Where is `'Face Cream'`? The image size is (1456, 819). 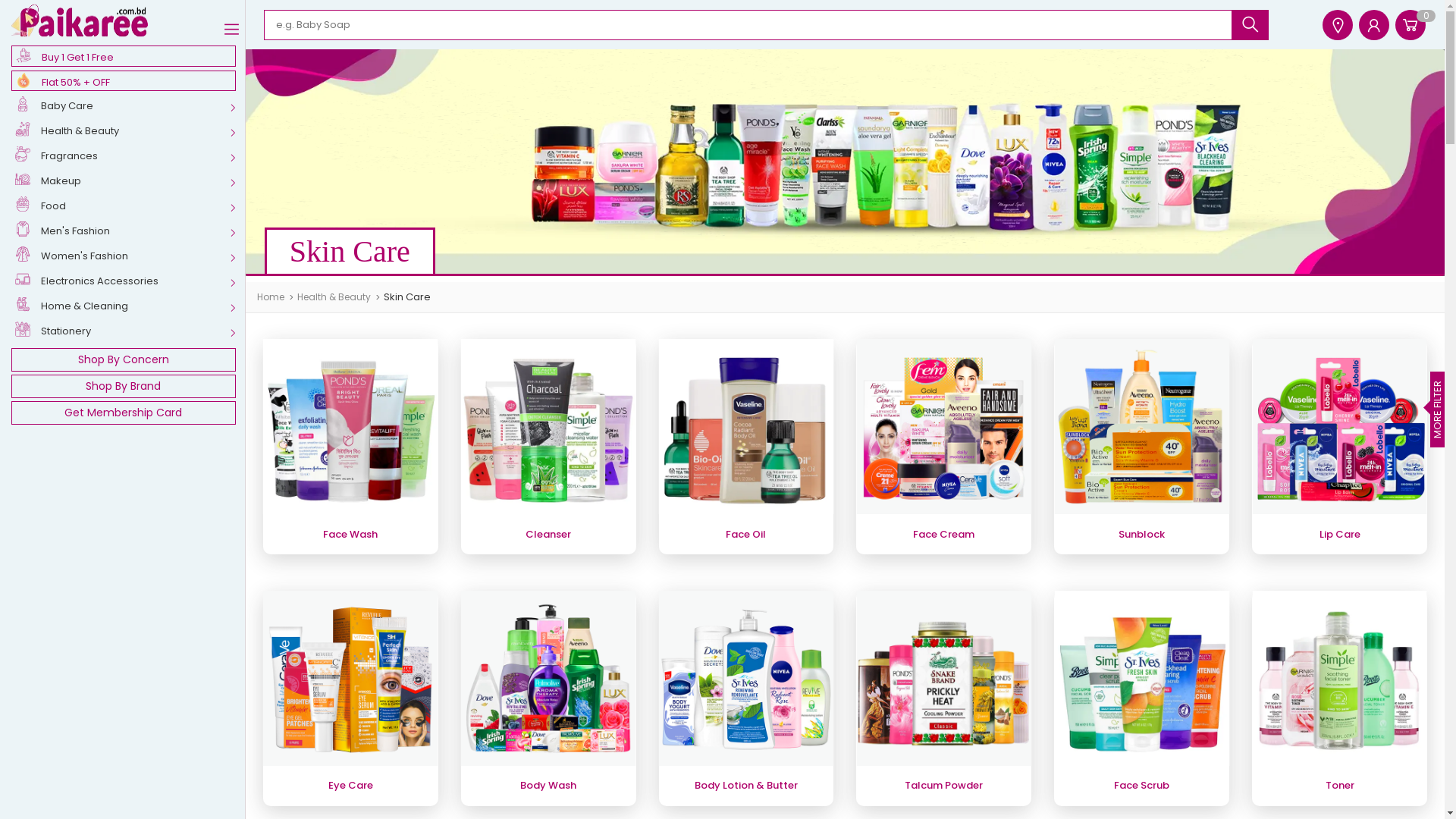 'Face Cream' is located at coordinates (943, 446).